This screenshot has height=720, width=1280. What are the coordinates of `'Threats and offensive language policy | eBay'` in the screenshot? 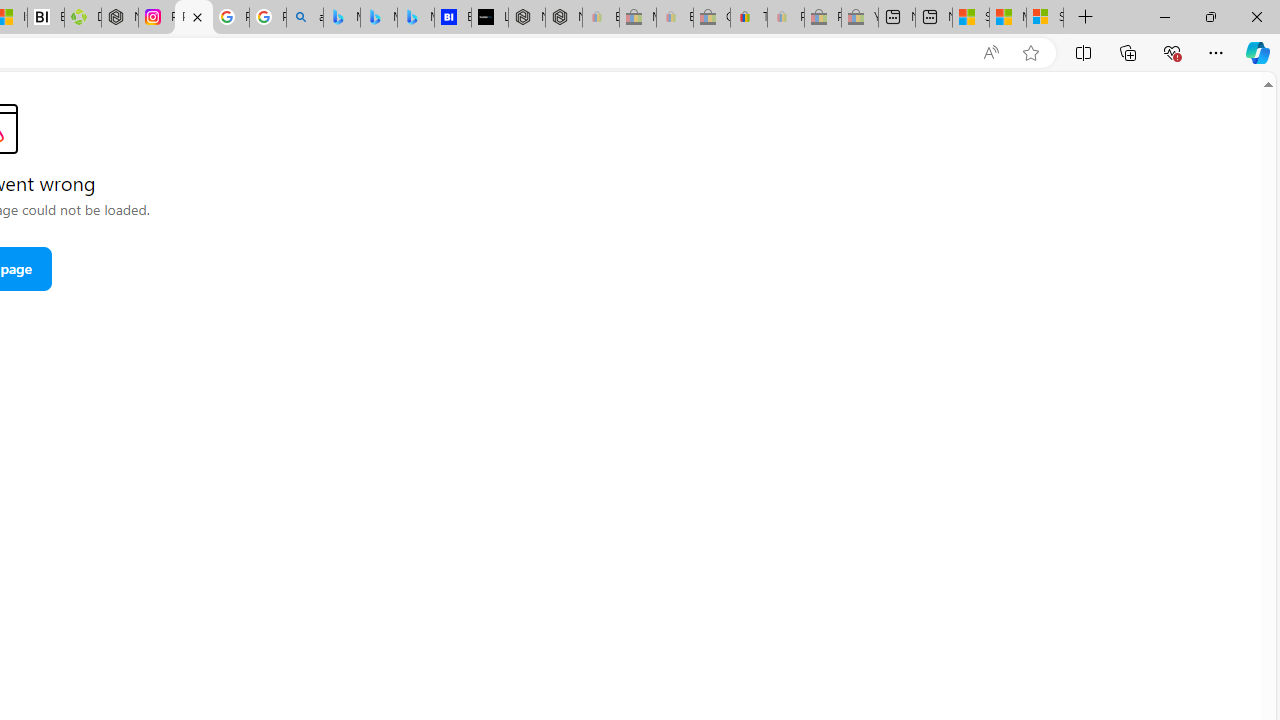 It's located at (747, 17).